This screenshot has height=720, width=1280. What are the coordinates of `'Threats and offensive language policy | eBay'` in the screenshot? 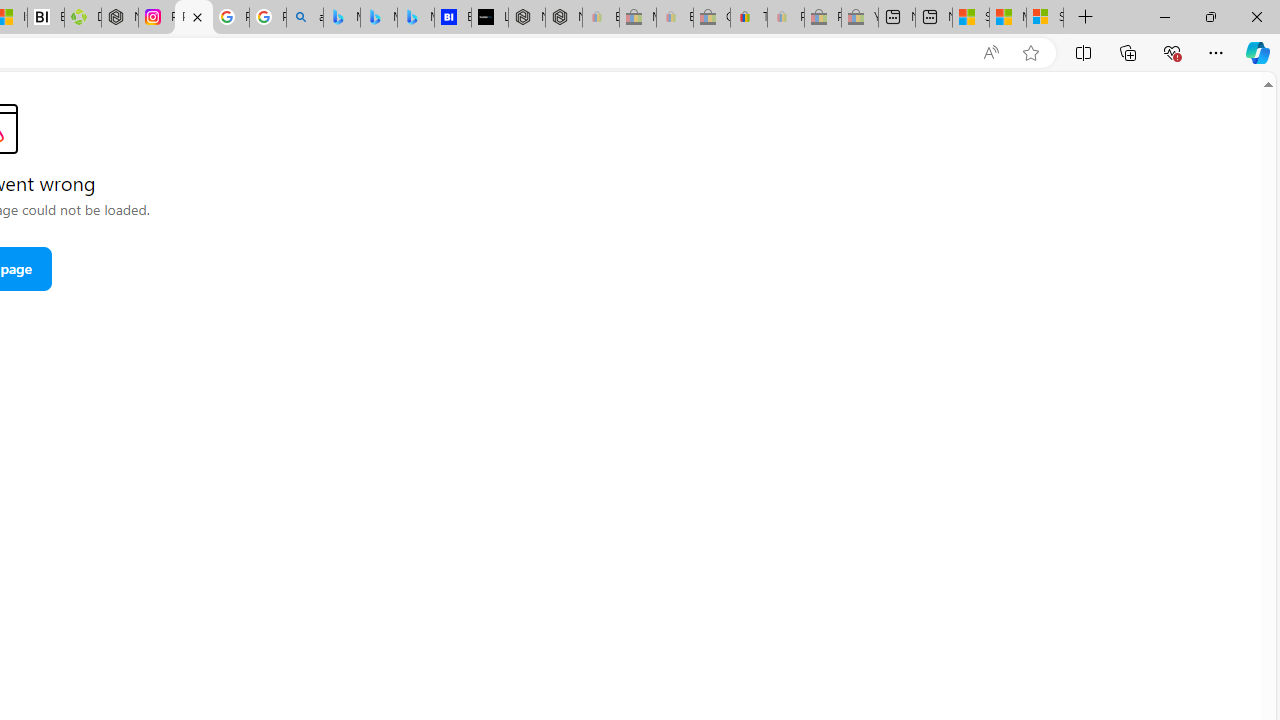 It's located at (747, 17).